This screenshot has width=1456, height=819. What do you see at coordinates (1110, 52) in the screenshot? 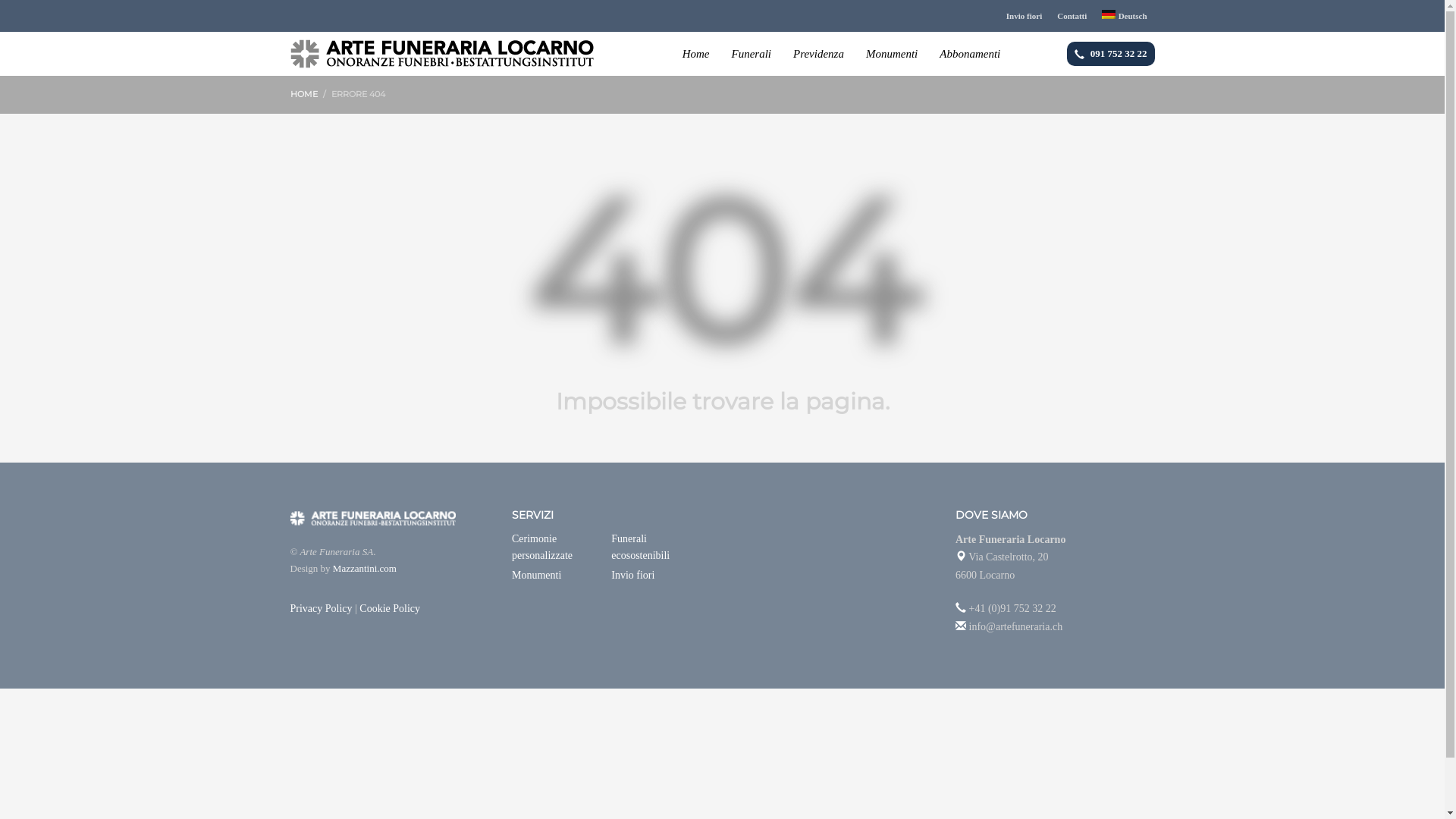
I see `'091 752 32 22'` at bounding box center [1110, 52].